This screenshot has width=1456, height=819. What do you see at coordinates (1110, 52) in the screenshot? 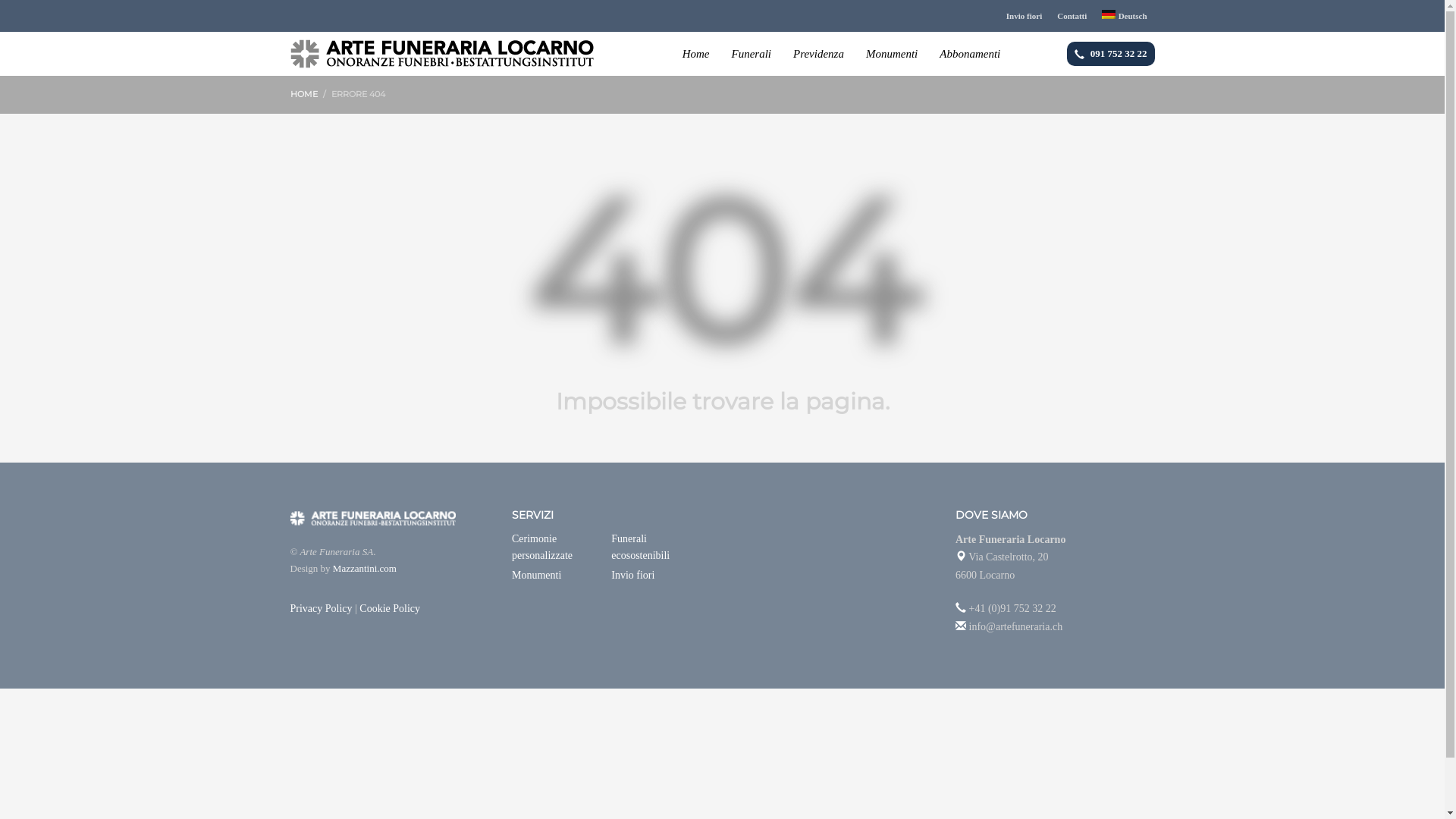
I see `'091 752 32 22'` at bounding box center [1110, 52].